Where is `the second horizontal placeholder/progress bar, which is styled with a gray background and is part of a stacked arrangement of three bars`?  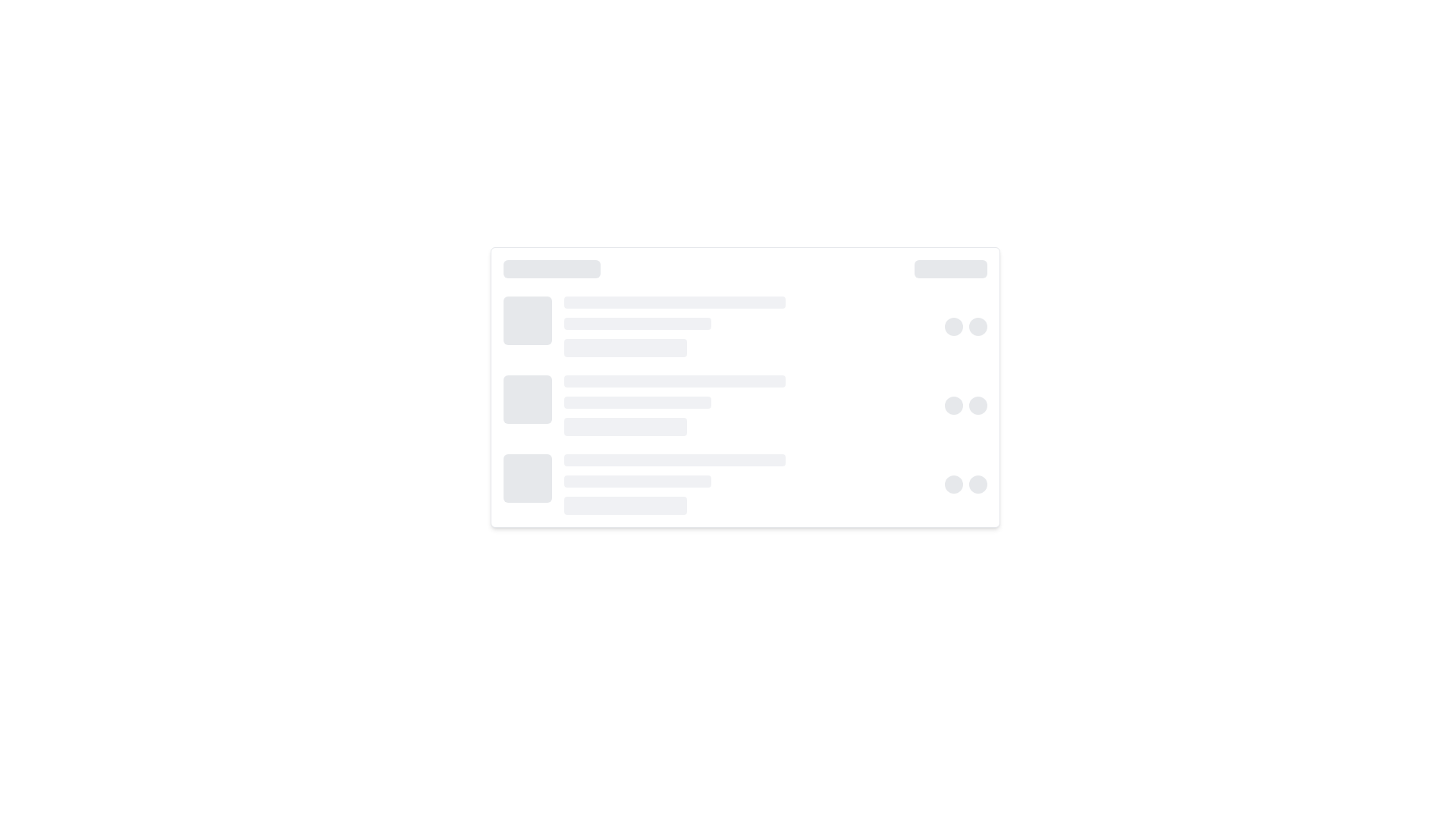
the second horizontal placeholder/progress bar, which is styled with a gray background and is part of a stacked arrangement of three bars is located at coordinates (638, 482).